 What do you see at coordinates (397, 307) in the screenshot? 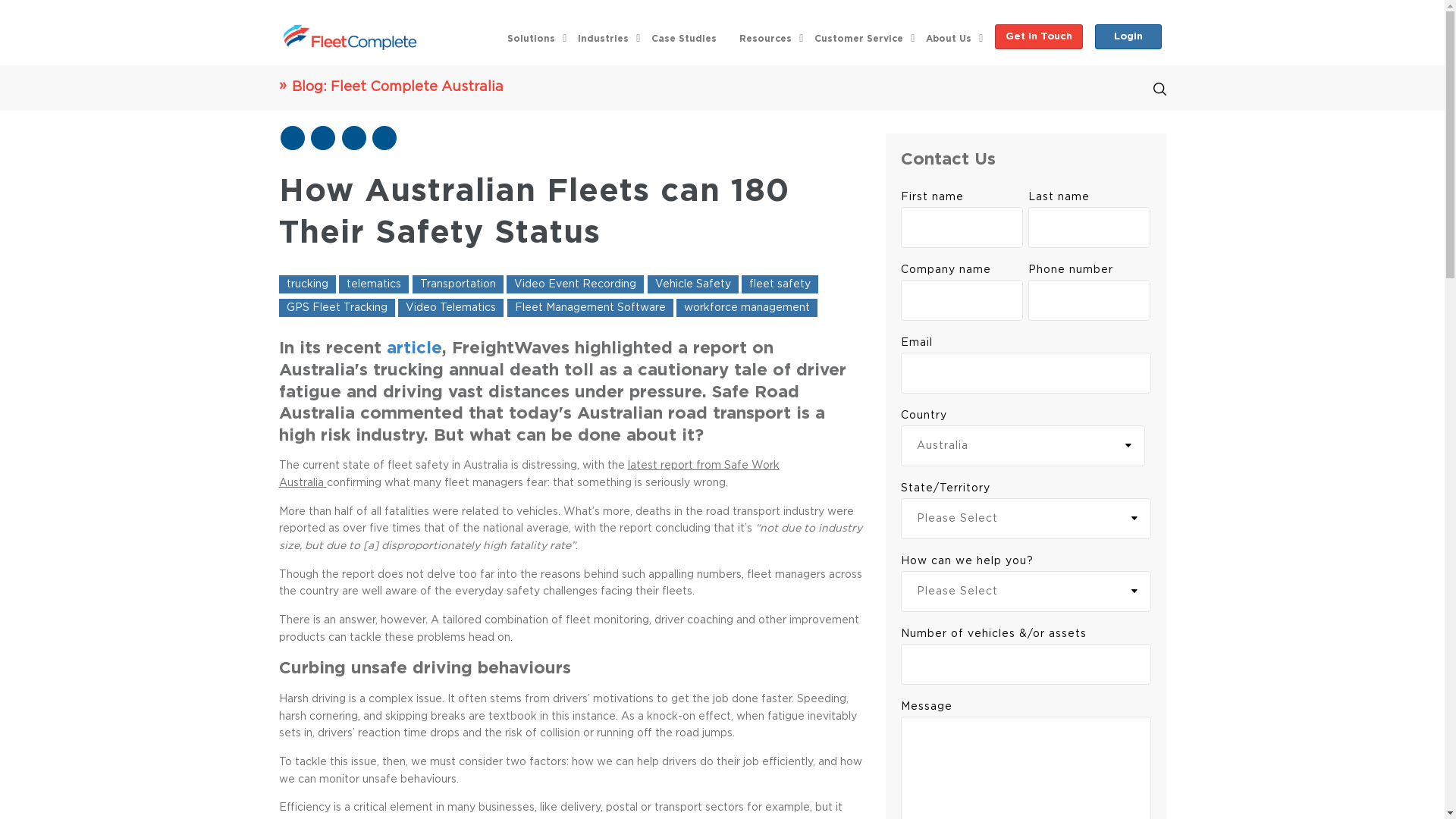
I see `'Video Telematics'` at bounding box center [397, 307].